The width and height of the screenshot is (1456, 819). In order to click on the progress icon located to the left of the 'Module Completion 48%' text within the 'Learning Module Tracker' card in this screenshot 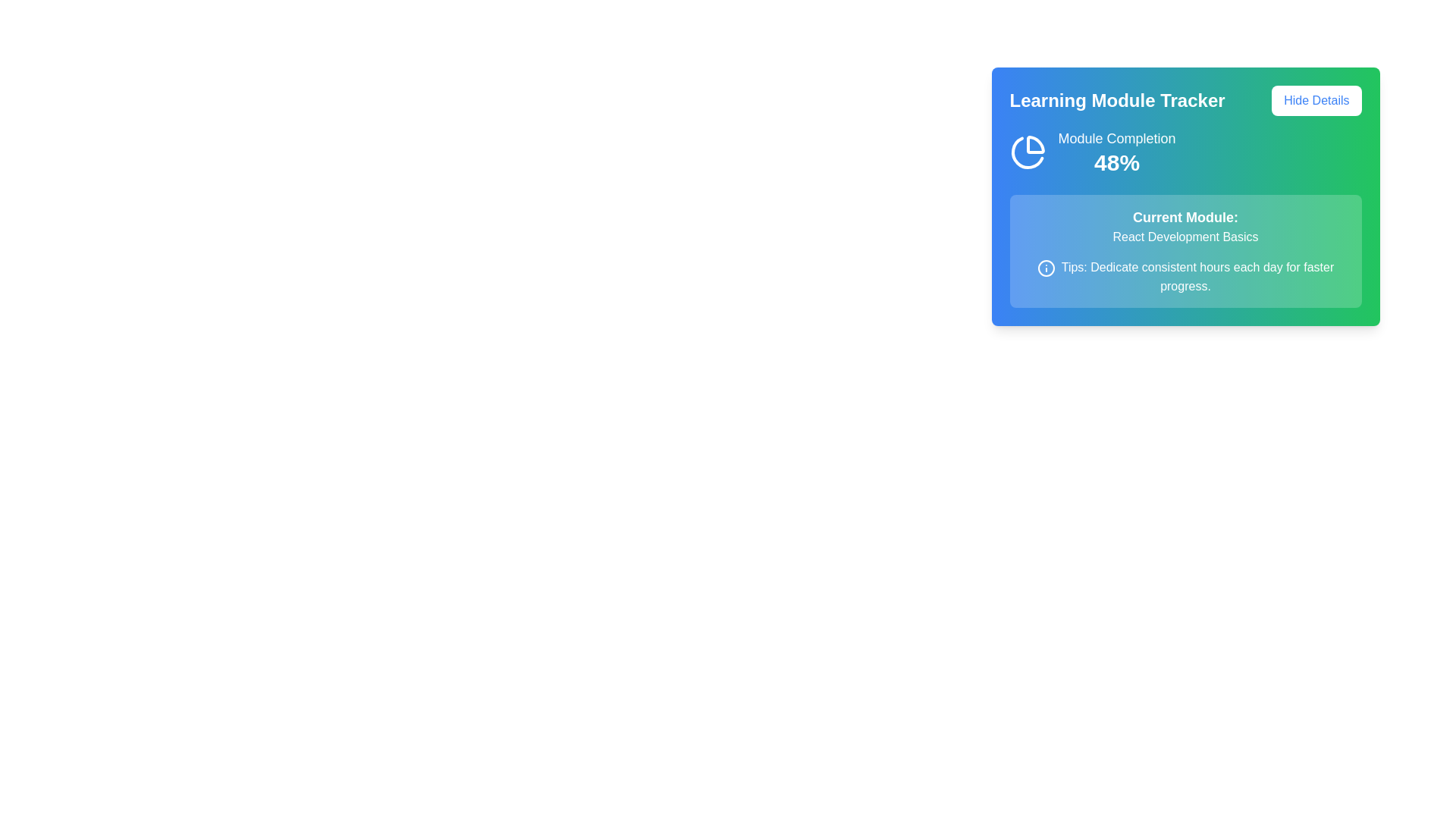, I will do `click(1028, 152)`.